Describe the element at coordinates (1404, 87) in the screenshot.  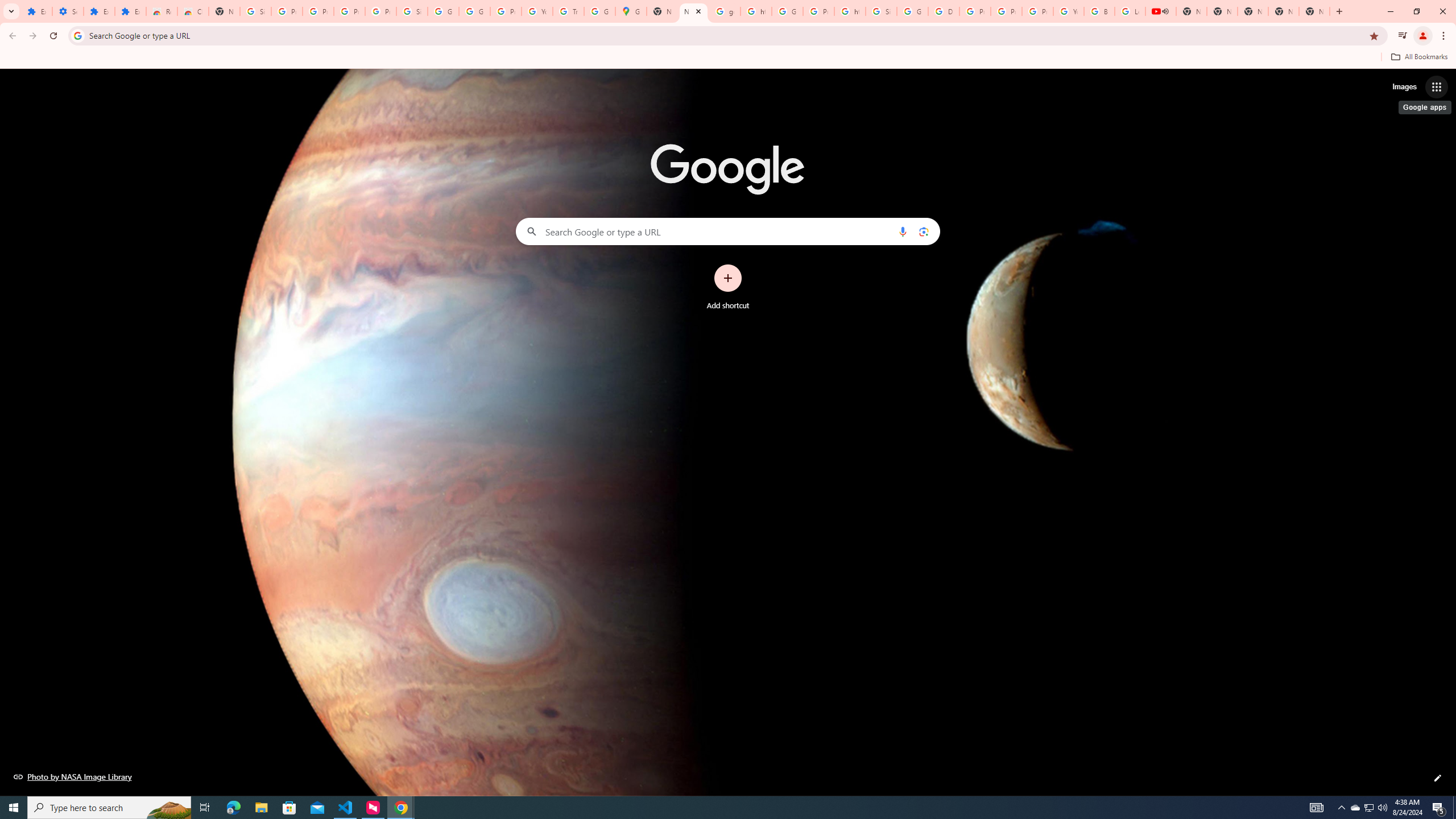
I see `'Search for Images '` at that location.